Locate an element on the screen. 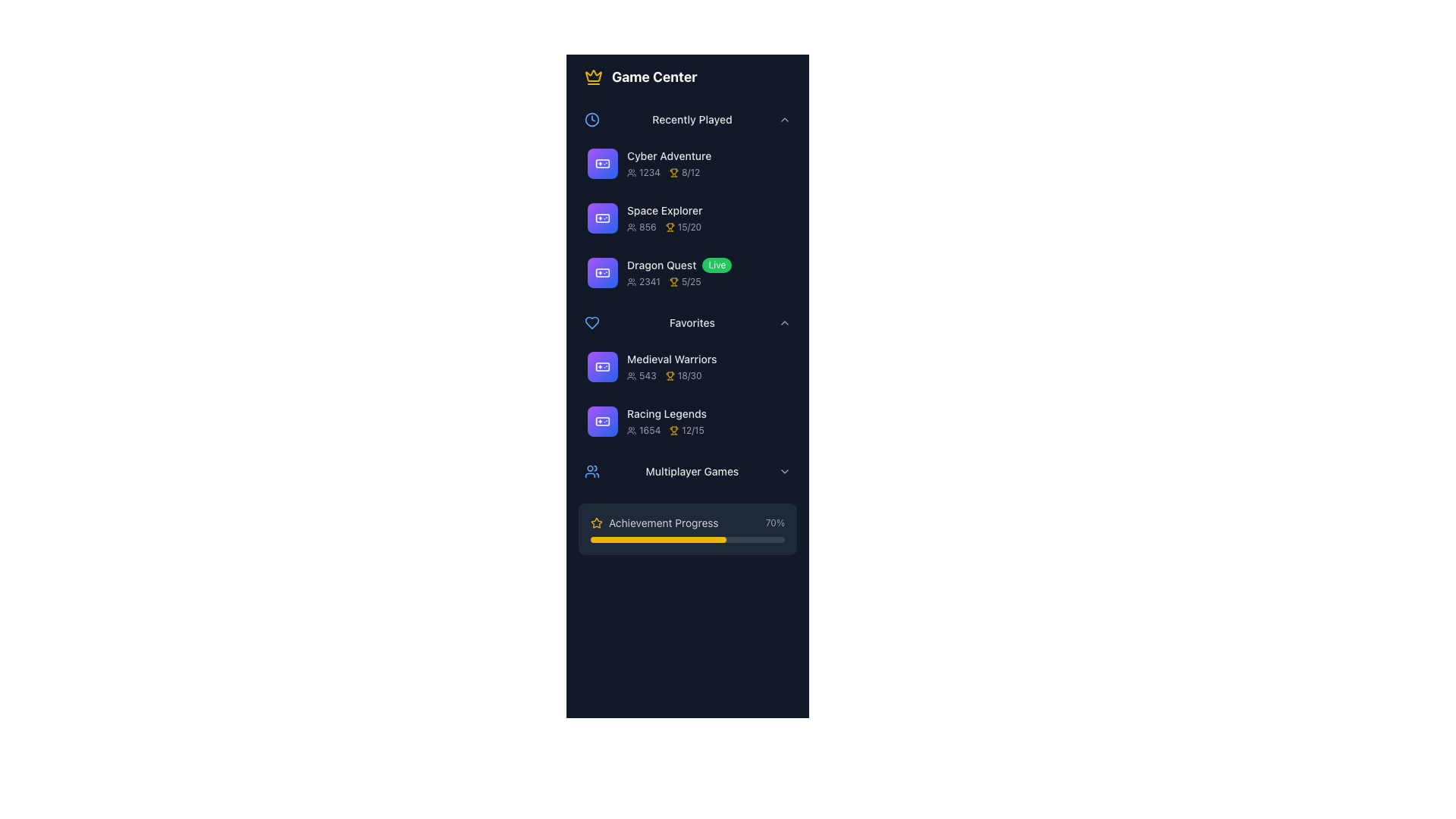 The height and width of the screenshot is (819, 1456). the static text label displaying 'Cyber Adventure', which is the first title entry in the 'Recently Played' section of the 'Game Center' is located at coordinates (706, 155).